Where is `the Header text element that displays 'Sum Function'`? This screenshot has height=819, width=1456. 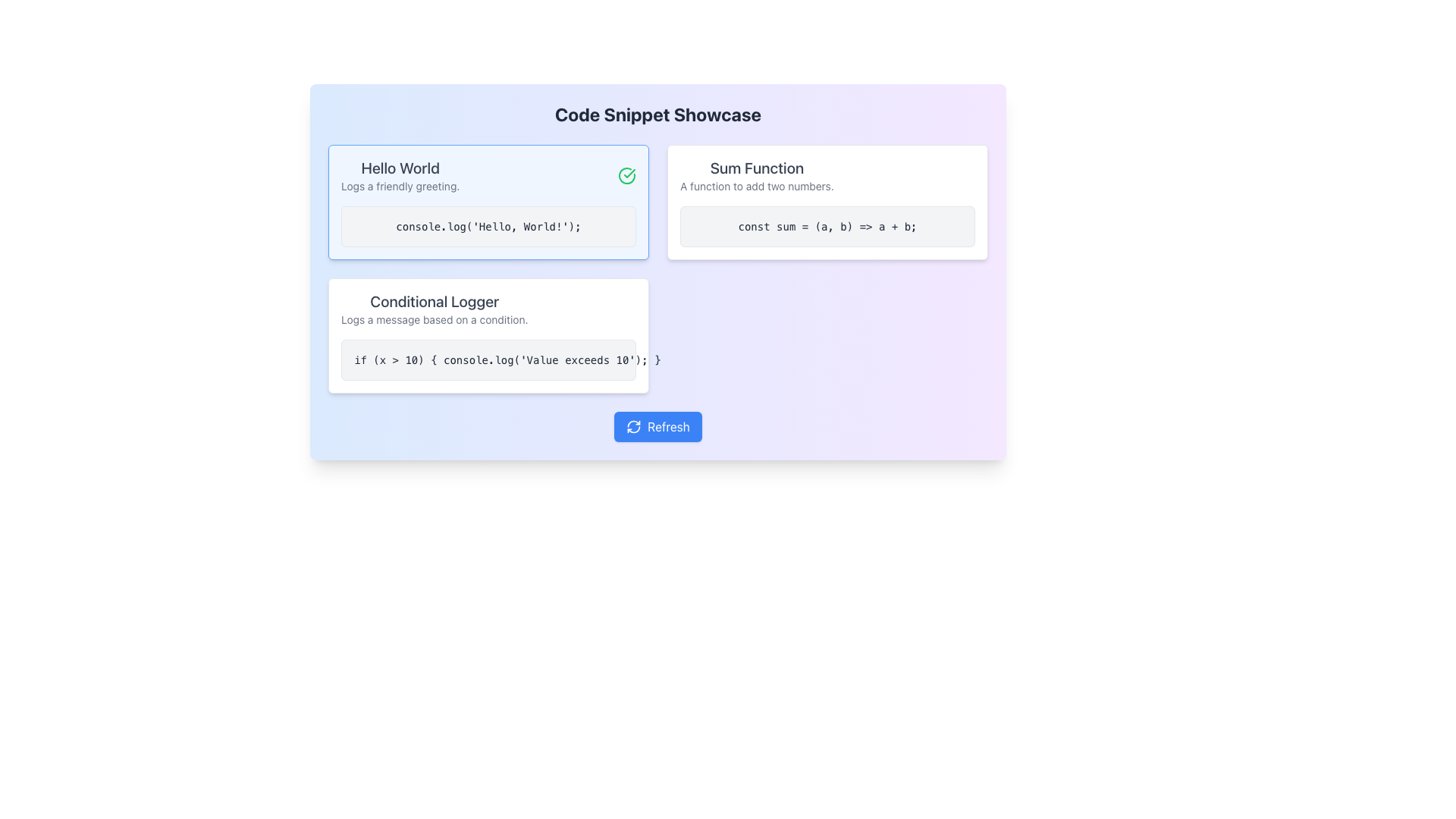
the Header text element that displays 'Sum Function' is located at coordinates (757, 168).